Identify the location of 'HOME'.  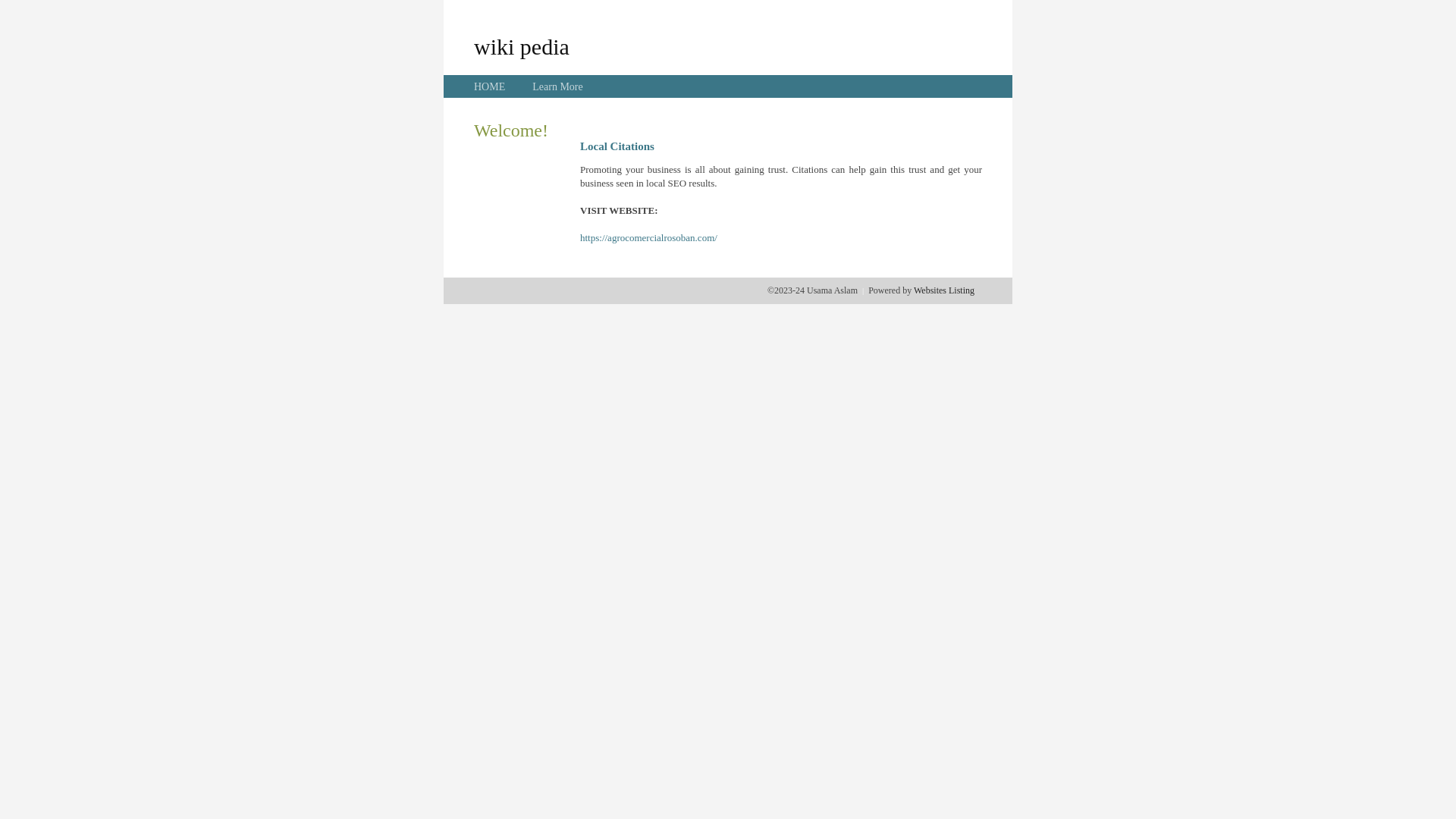
(472, 86).